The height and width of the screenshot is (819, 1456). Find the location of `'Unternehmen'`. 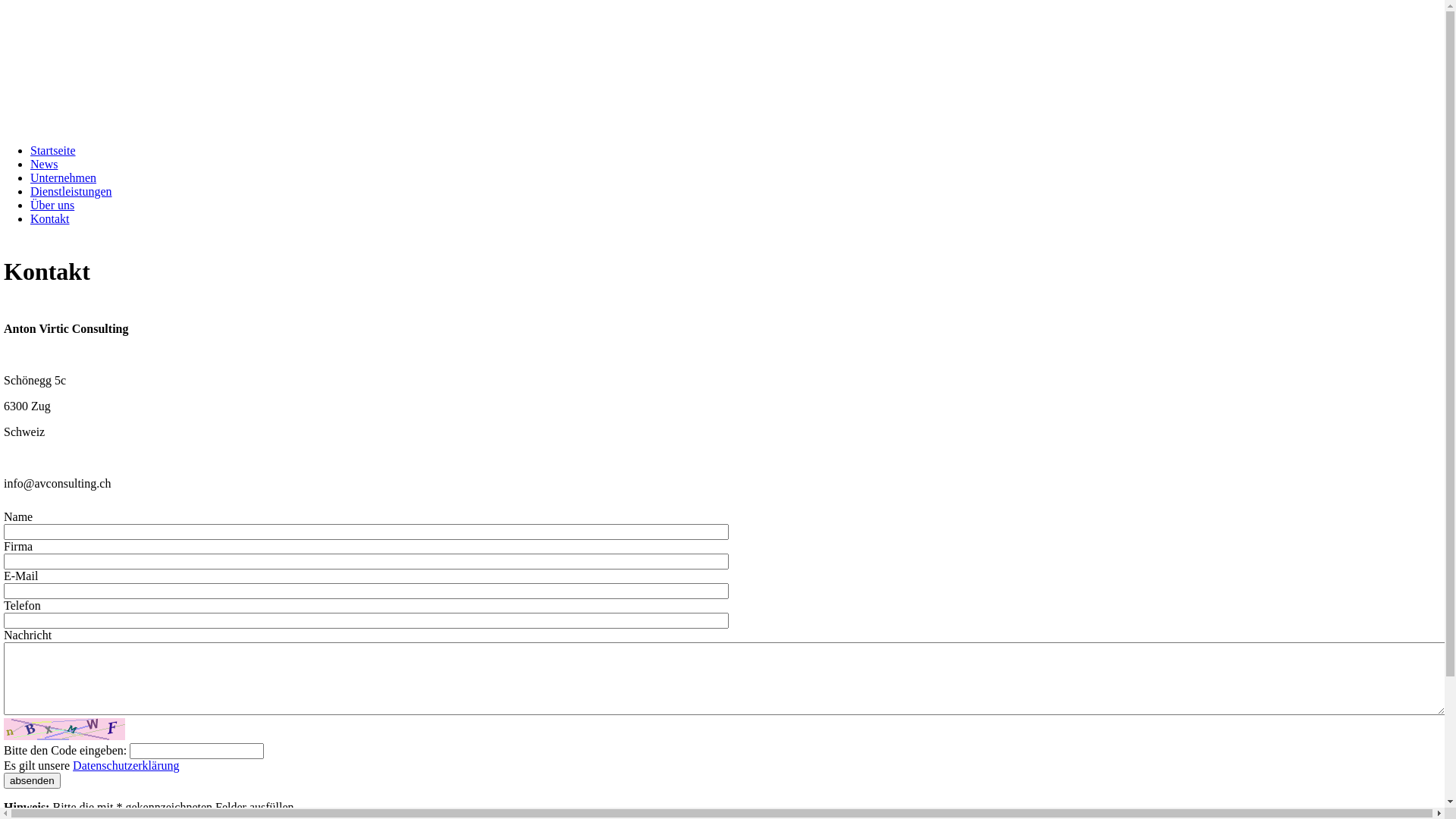

'Unternehmen' is located at coordinates (62, 177).